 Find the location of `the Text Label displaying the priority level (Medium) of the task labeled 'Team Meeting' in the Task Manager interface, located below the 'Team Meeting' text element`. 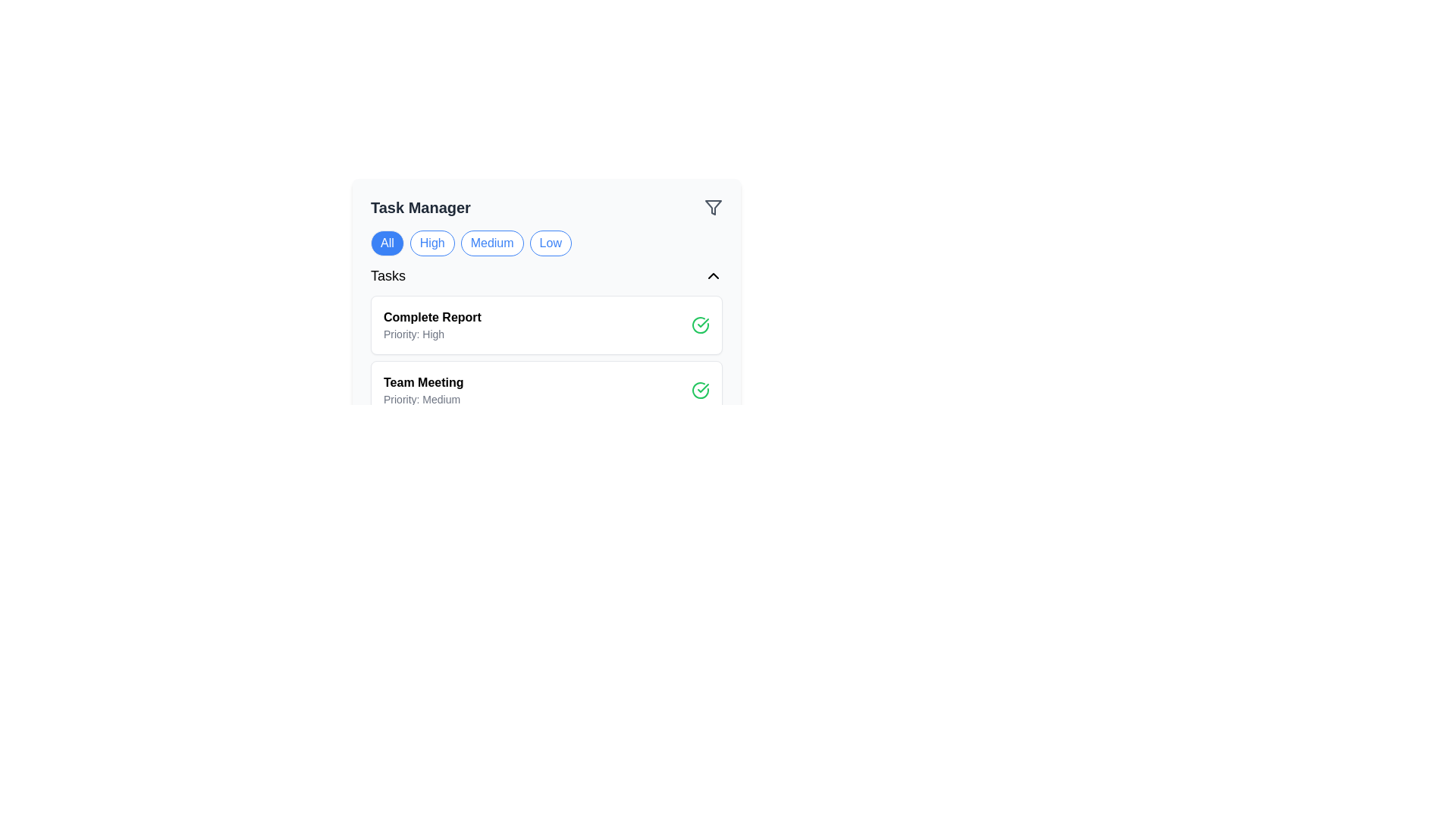

the Text Label displaying the priority level (Medium) of the task labeled 'Team Meeting' in the Task Manager interface, located below the 'Team Meeting' text element is located at coordinates (423, 399).